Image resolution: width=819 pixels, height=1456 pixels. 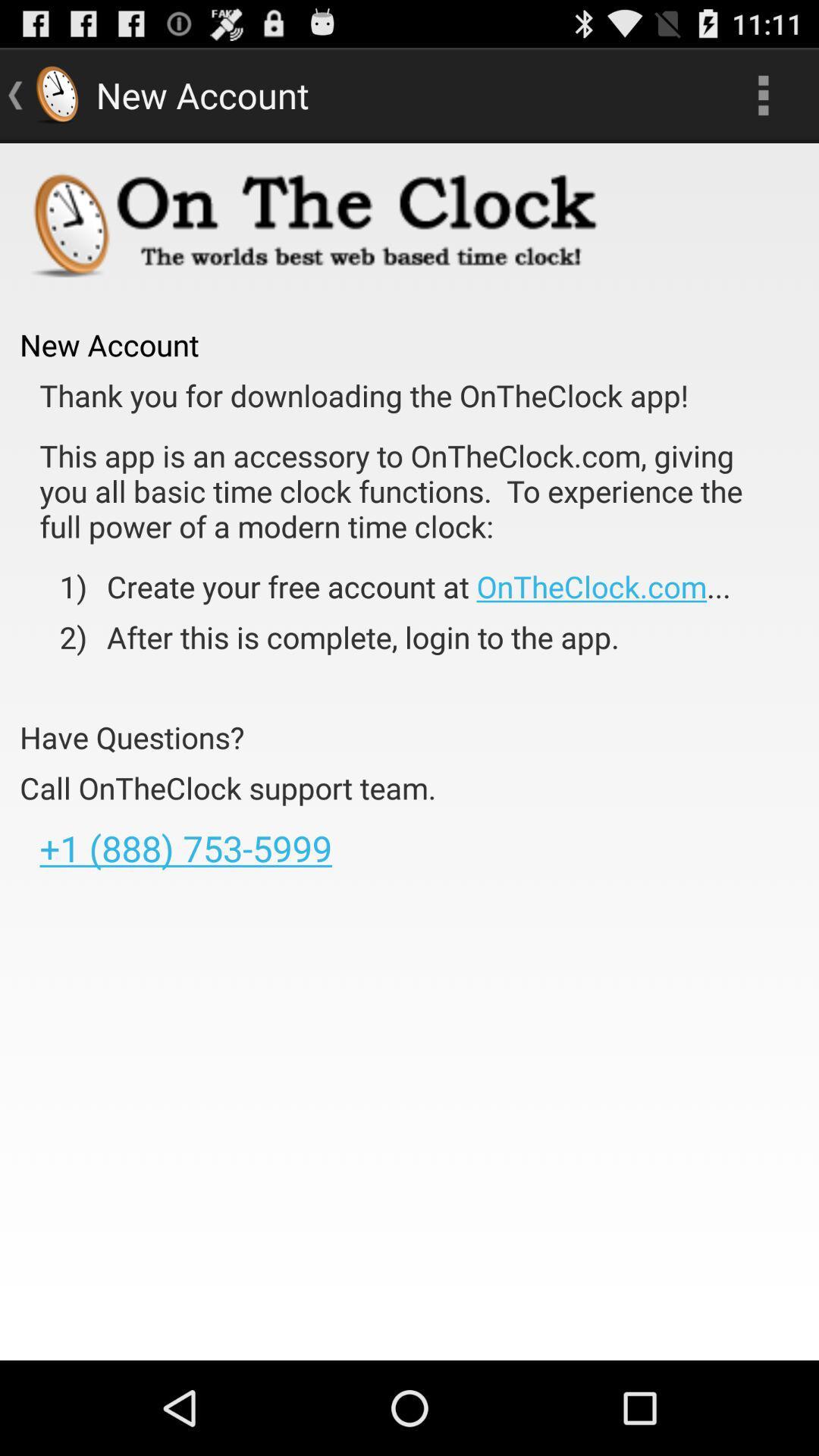 What do you see at coordinates (408, 585) in the screenshot?
I see `icon below this app is item` at bounding box center [408, 585].